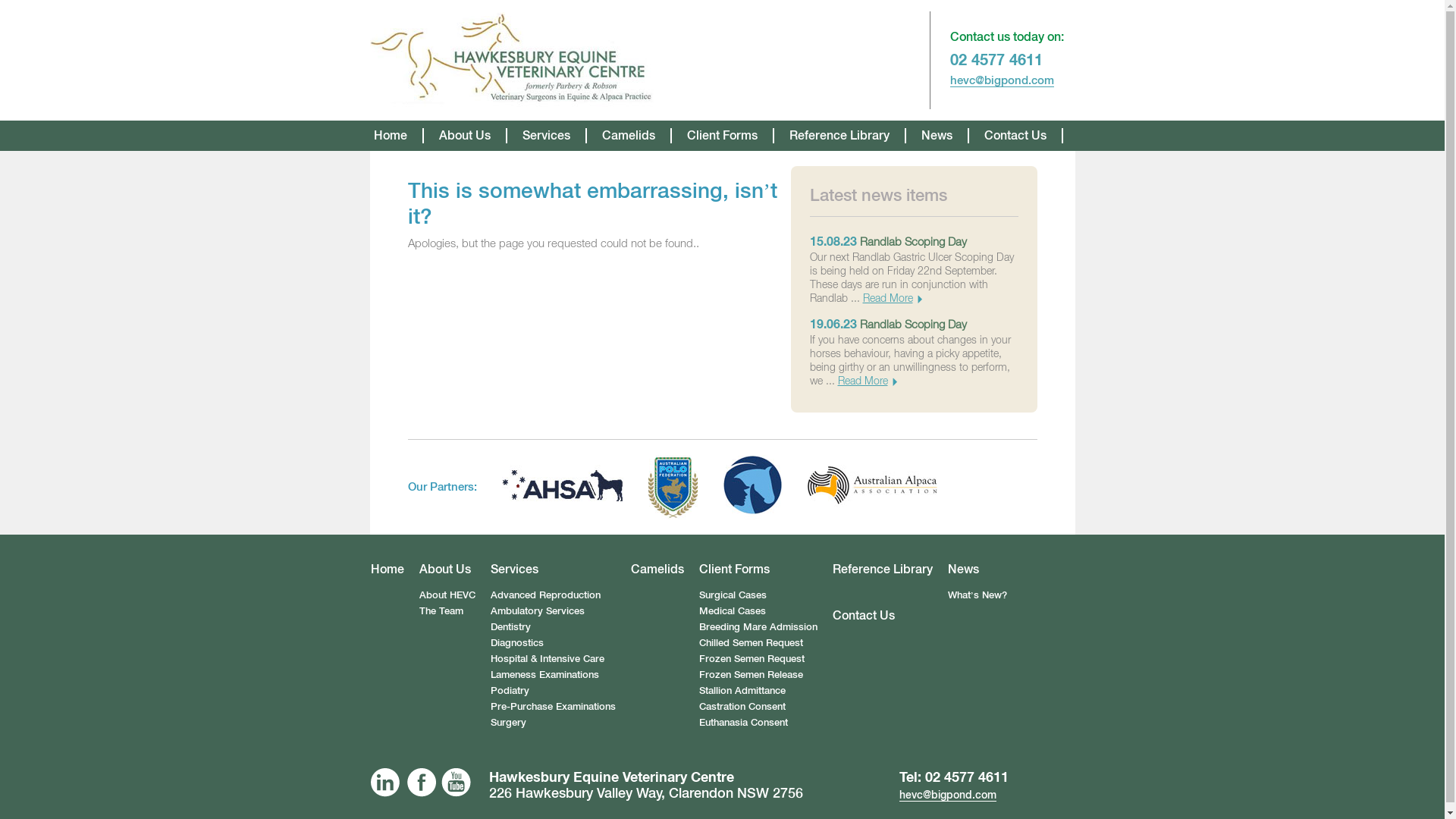 This screenshot has width=1456, height=819. I want to click on 'Australian Alpaca Association', so click(871, 487).